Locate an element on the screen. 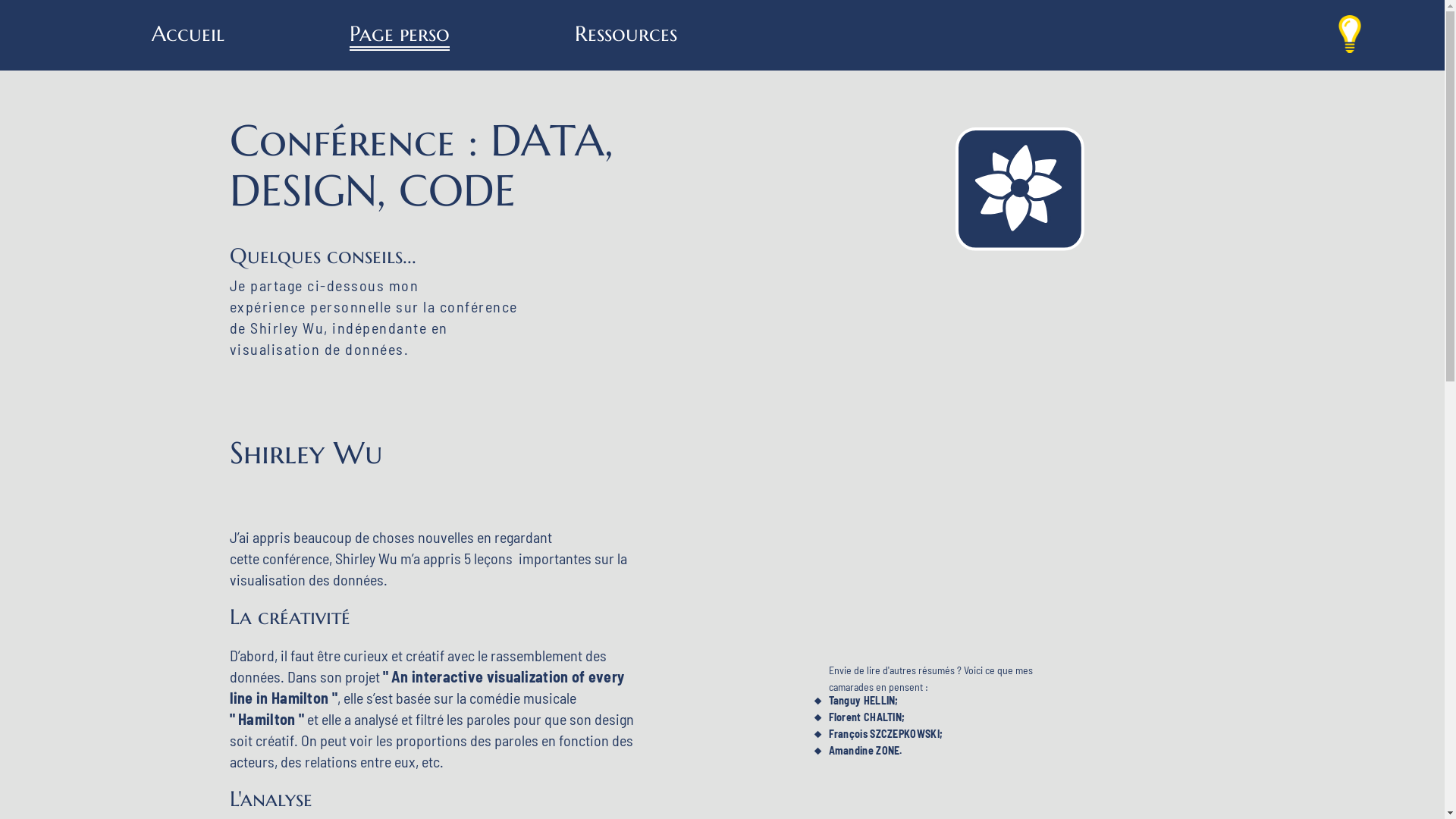  'Tanguy HELLIN;' is located at coordinates (862, 700).